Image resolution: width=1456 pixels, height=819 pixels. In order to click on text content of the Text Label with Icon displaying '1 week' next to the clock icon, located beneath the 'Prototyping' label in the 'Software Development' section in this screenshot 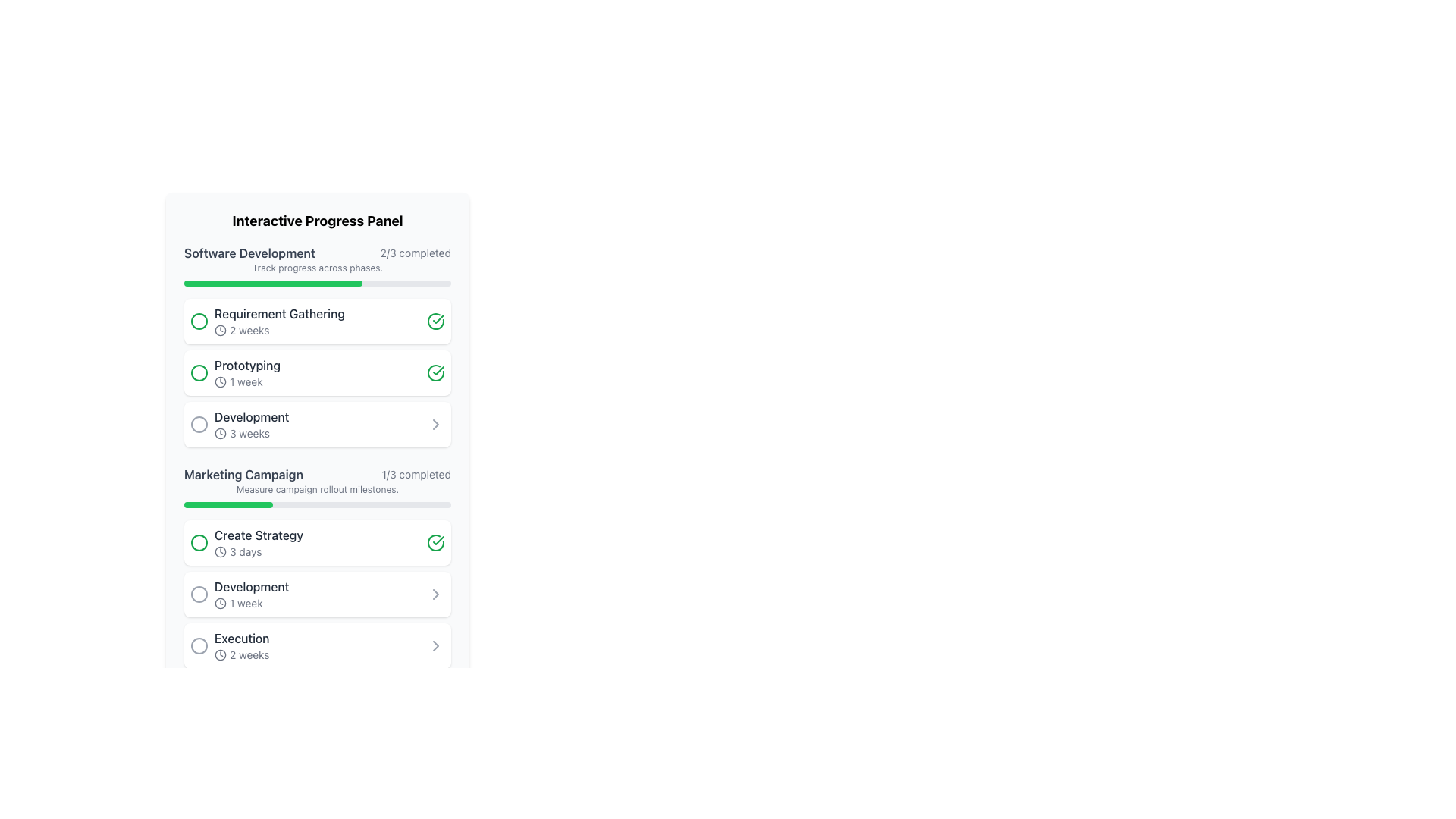, I will do `click(247, 381)`.